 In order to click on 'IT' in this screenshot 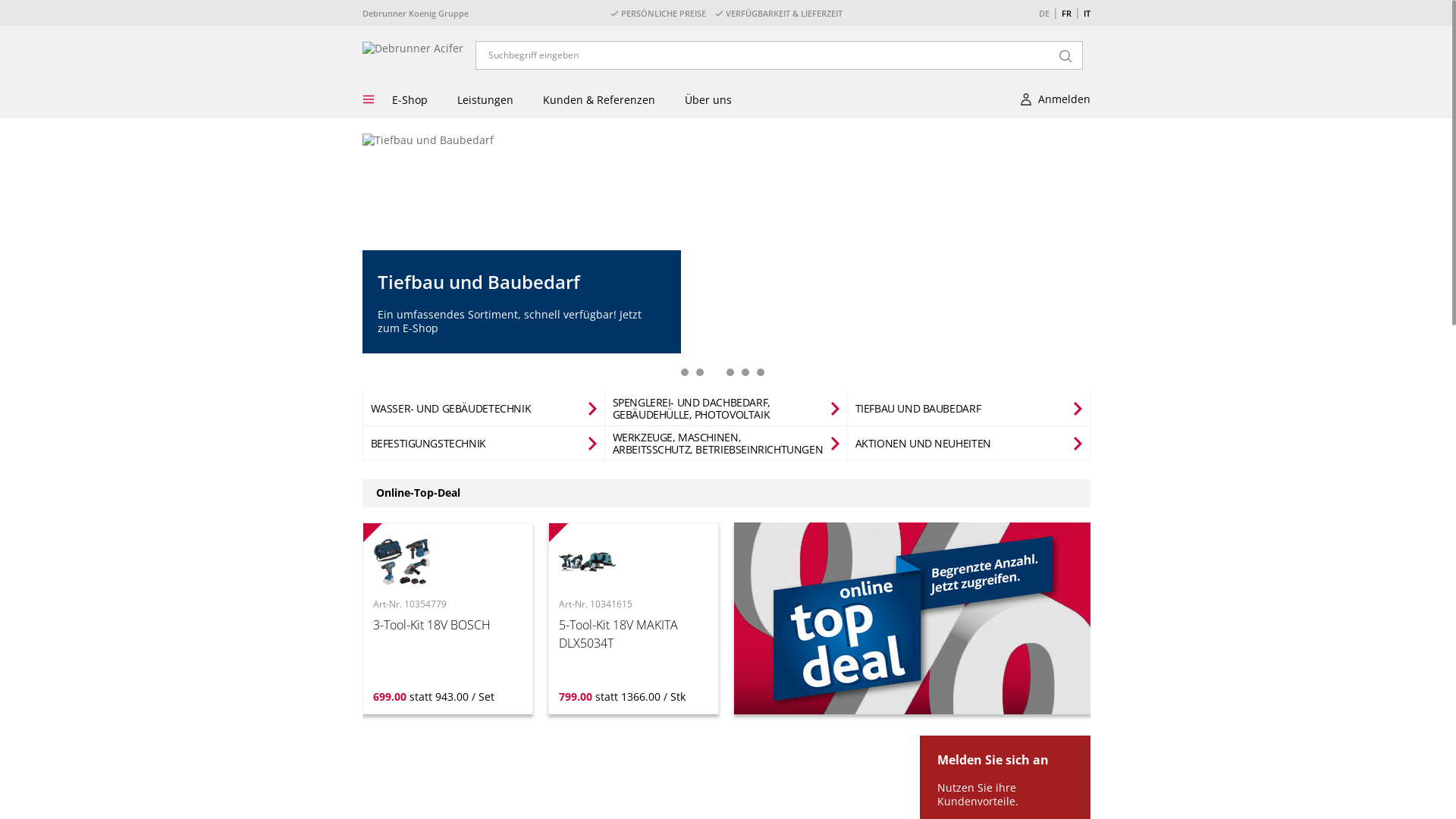, I will do `click(1082, 13)`.